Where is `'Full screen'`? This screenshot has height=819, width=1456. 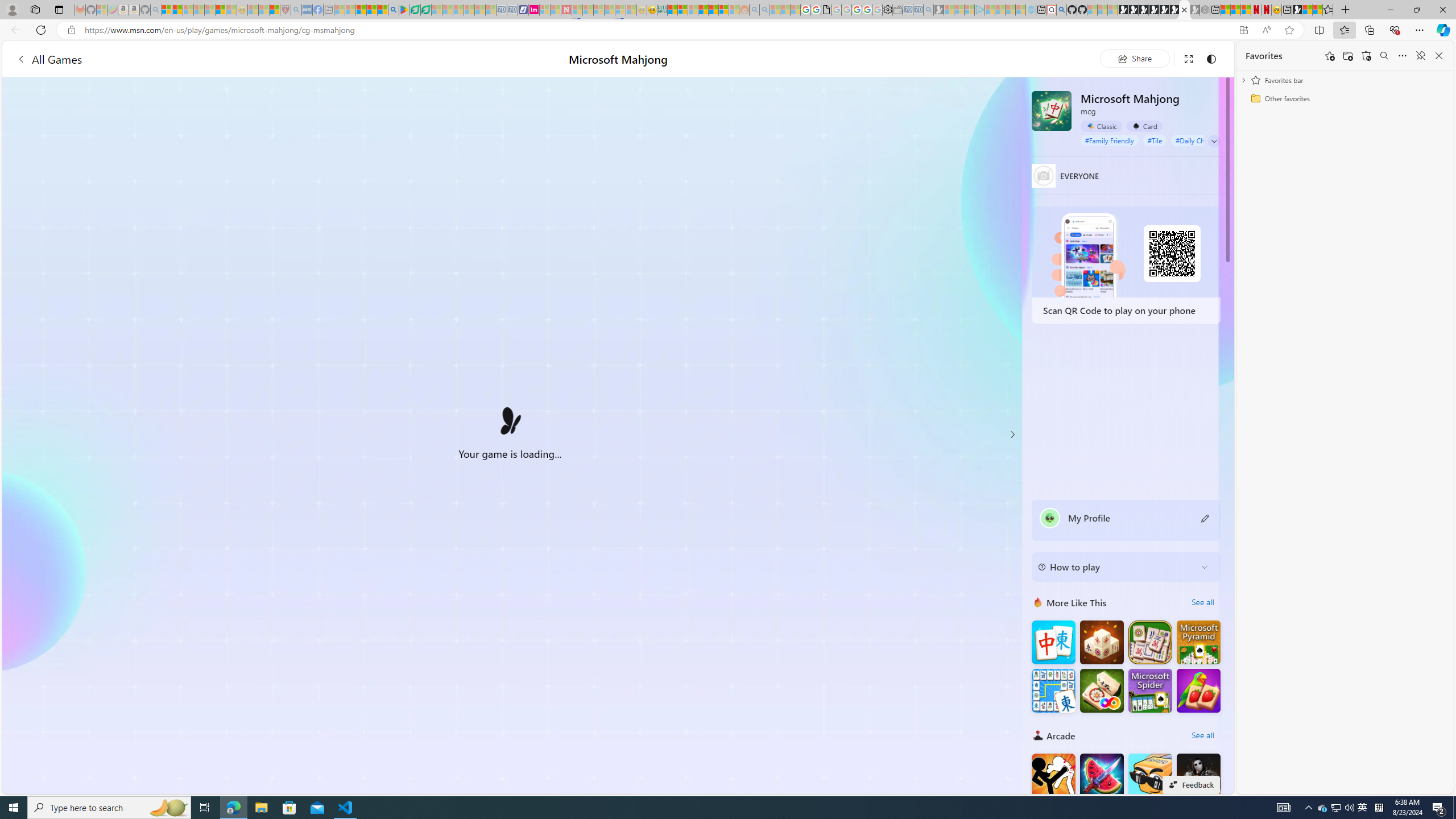 'Full screen' is located at coordinates (1187, 58).